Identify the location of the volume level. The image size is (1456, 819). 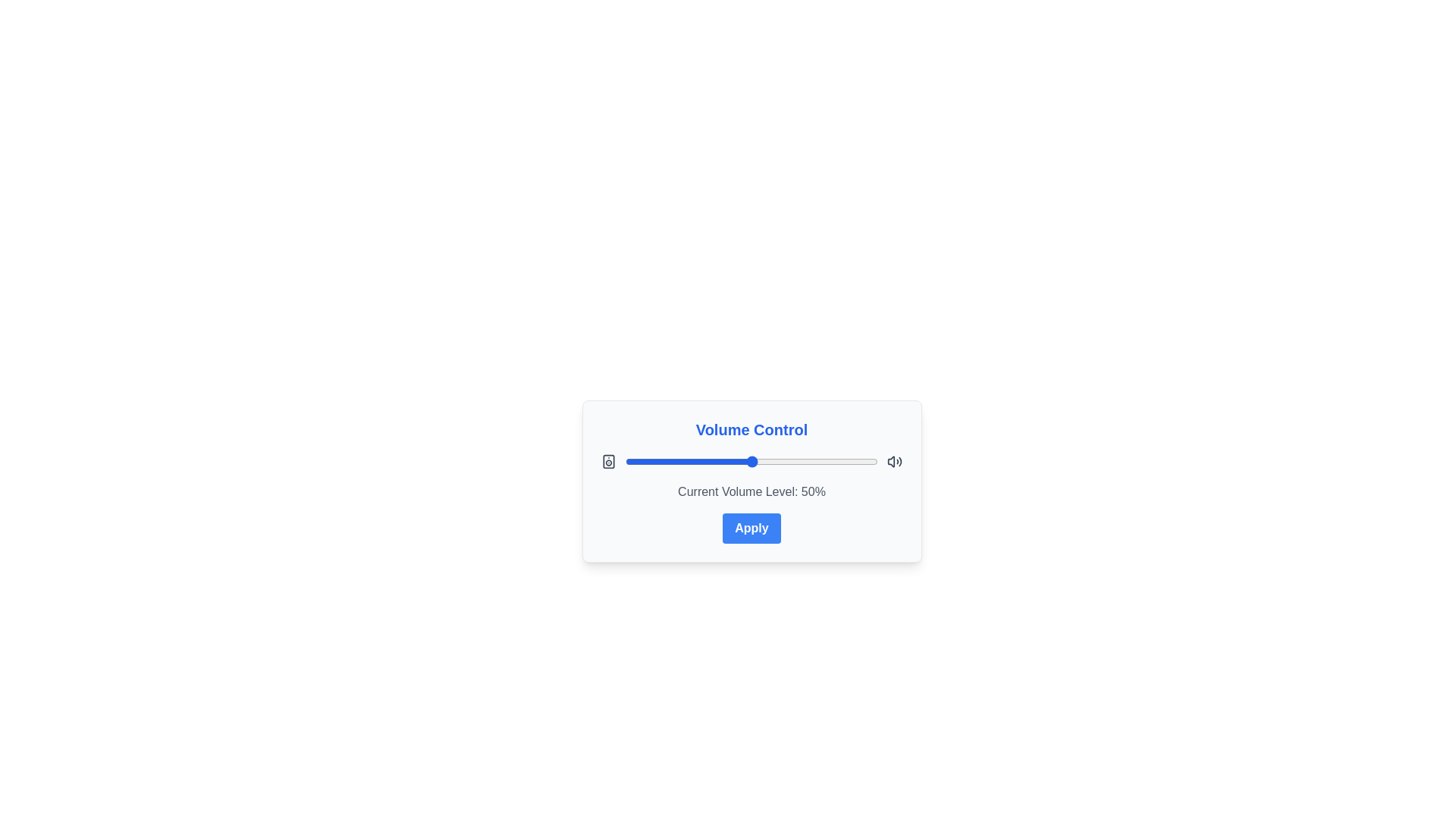
(643, 461).